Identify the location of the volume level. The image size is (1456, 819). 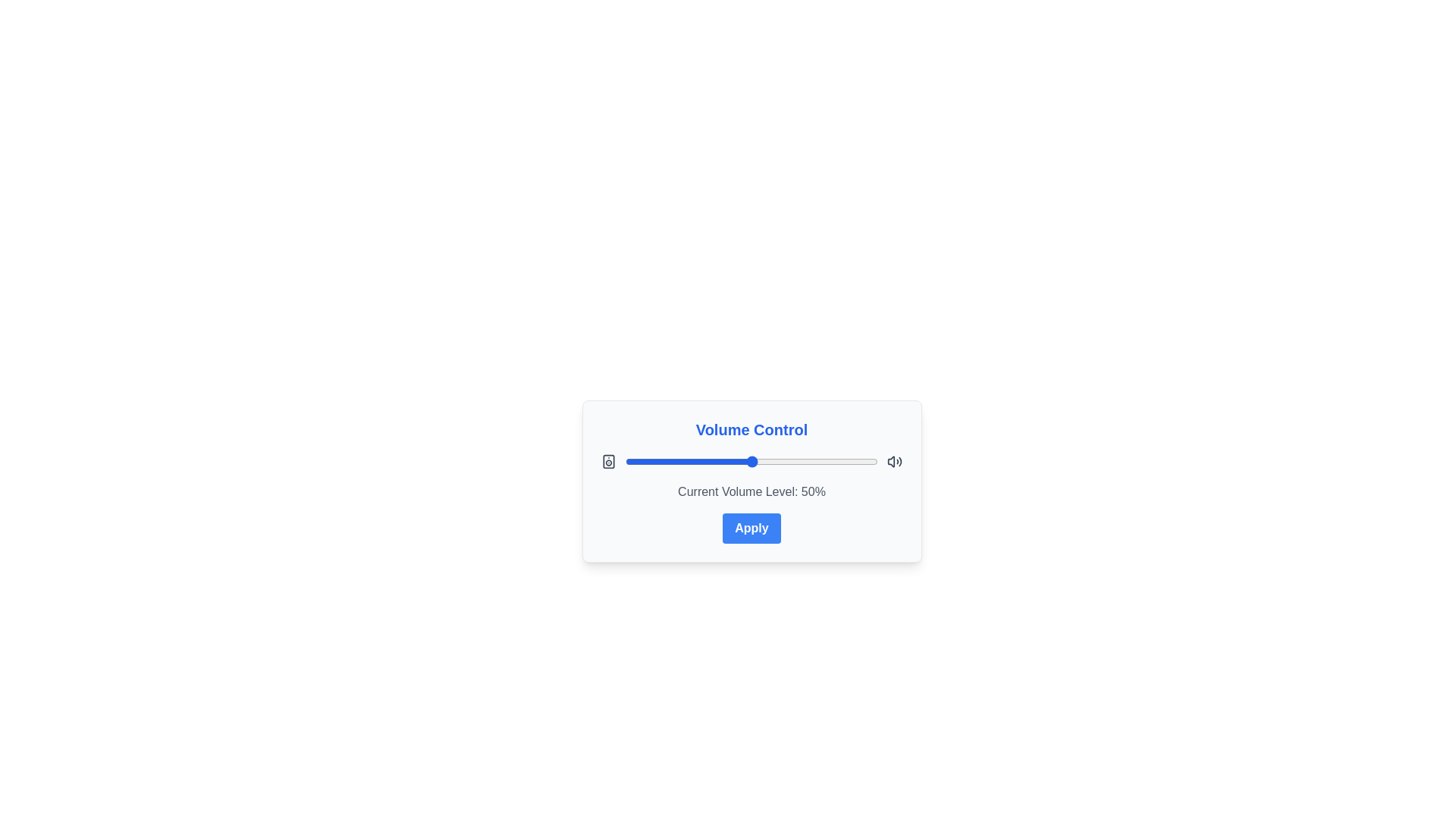
(643, 461).